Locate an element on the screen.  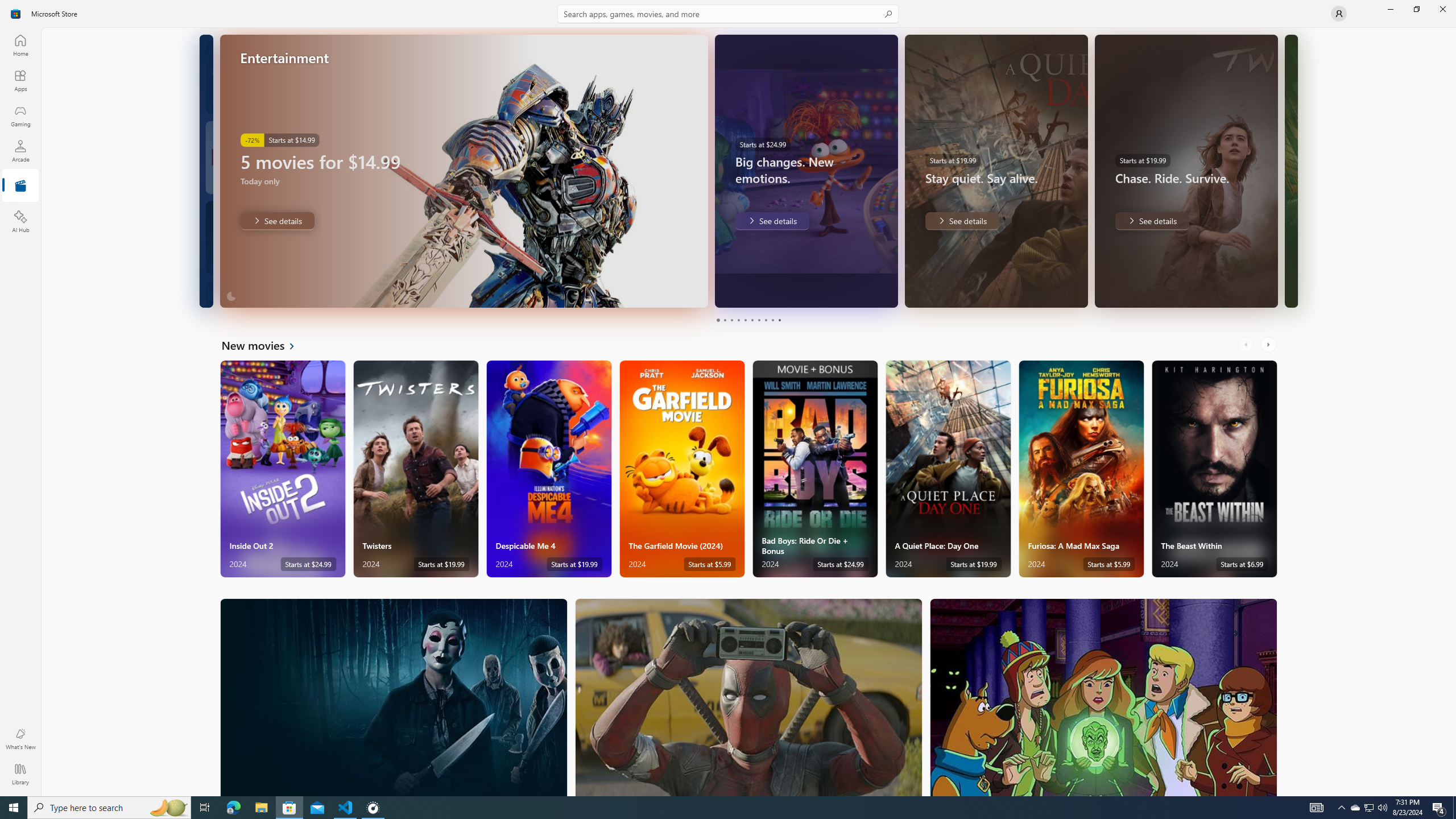
'Page 3' is located at coordinates (731, 320).